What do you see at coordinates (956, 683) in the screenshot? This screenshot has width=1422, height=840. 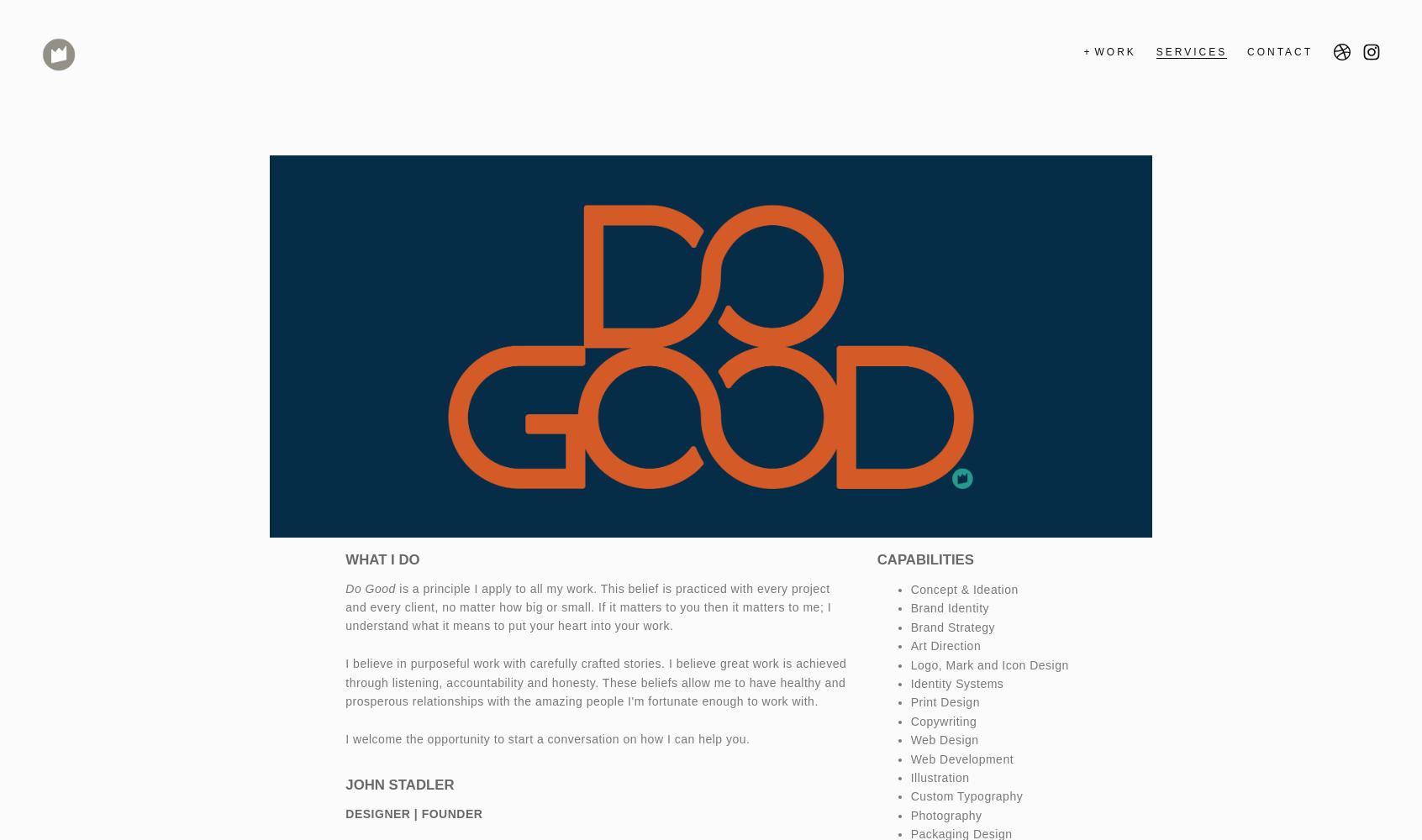 I see `'Identity Systems'` at bounding box center [956, 683].